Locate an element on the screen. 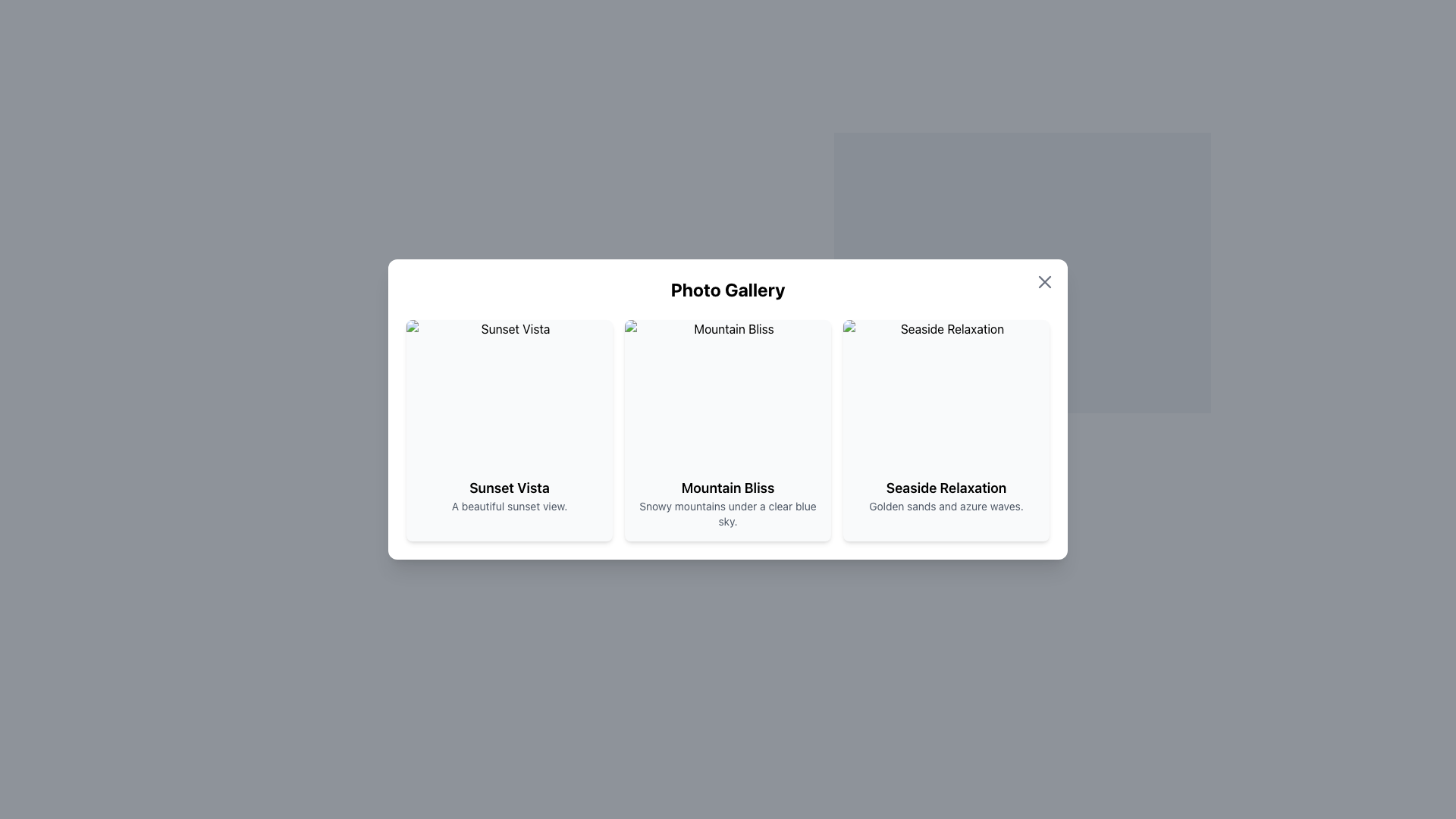 This screenshot has width=1456, height=819. the third card in the gallery layout is located at coordinates (946, 430).